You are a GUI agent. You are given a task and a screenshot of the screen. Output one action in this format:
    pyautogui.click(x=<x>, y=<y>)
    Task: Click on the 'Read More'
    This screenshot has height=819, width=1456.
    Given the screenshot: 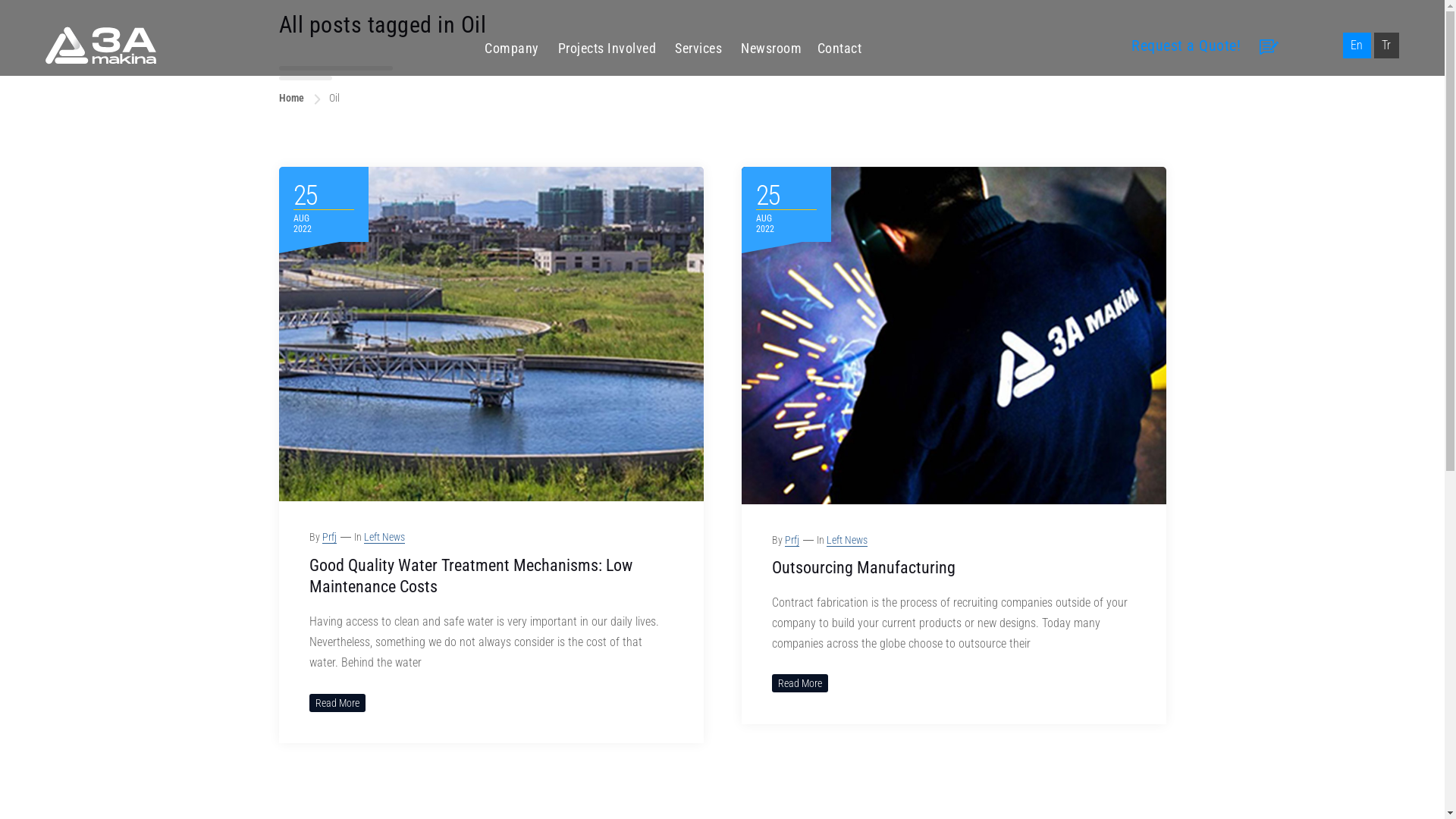 What is the action you would take?
    pyautogui.click(x=799, y=683)
    